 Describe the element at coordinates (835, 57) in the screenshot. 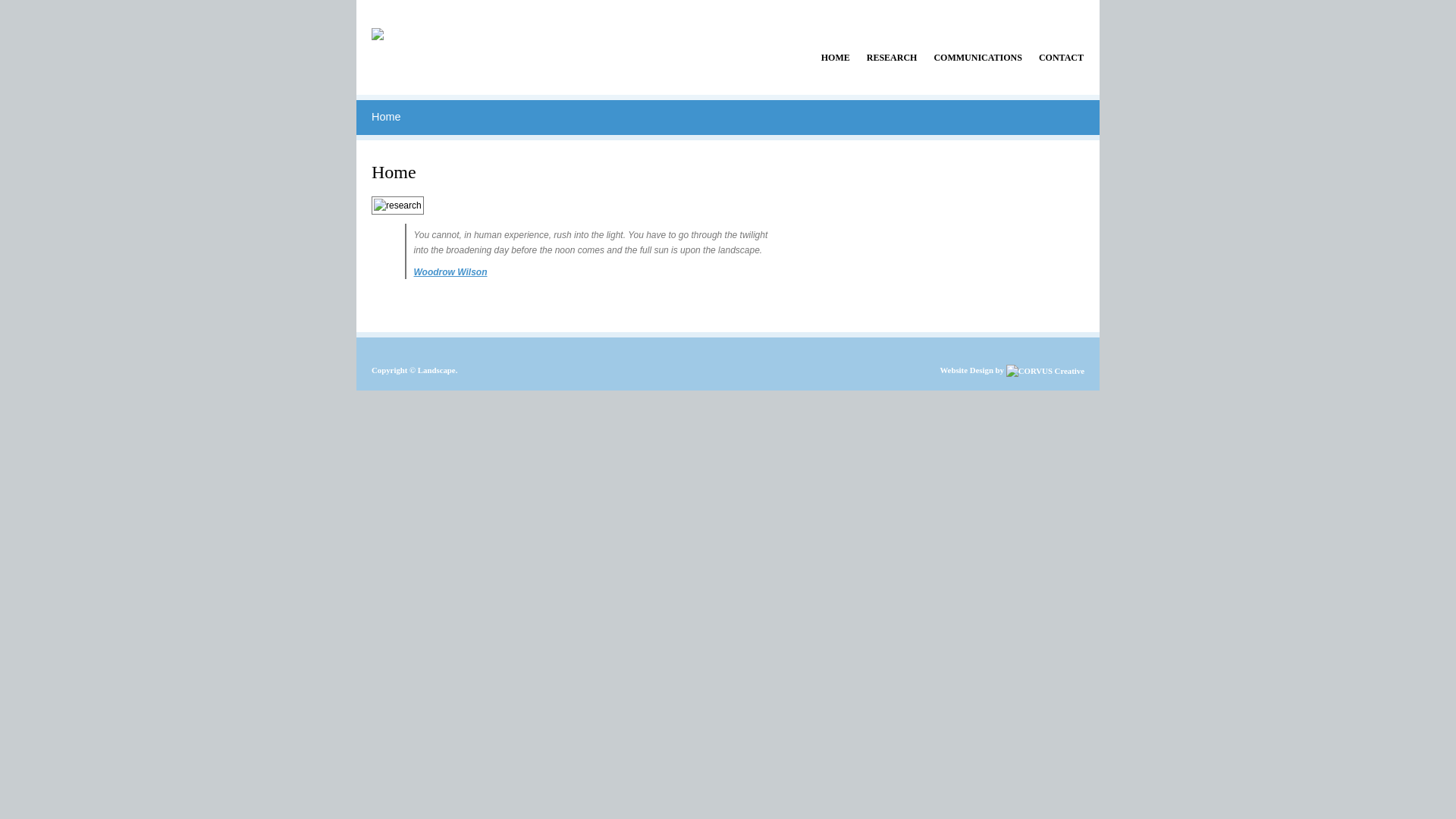

I see `'HOME'` at that location.